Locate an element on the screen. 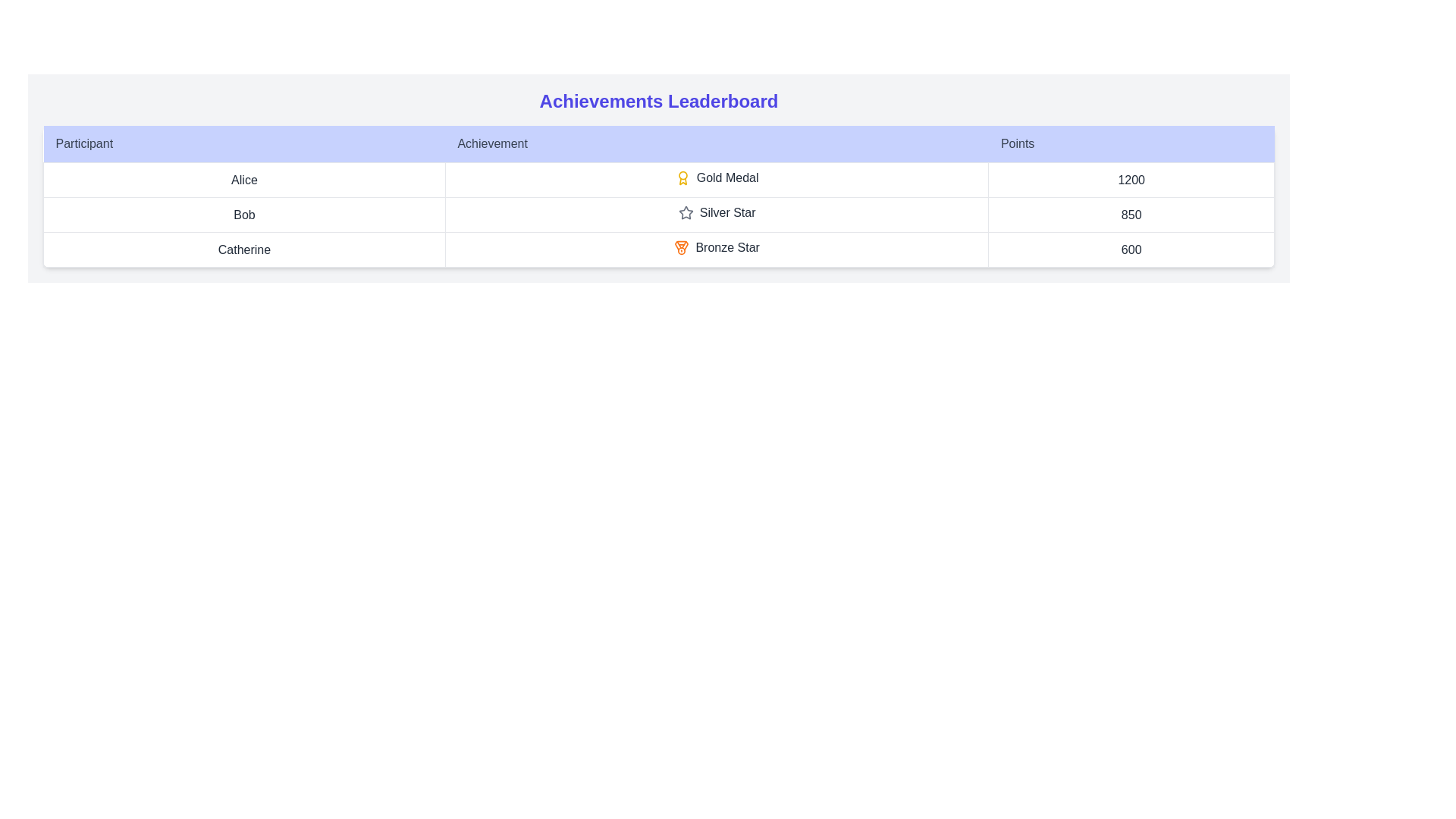  the text 'Silver Star' with a gray font and a star icon, located in the second row of the 'Achievement' column in the leaderboard interface is located at coordinates (716, 215).